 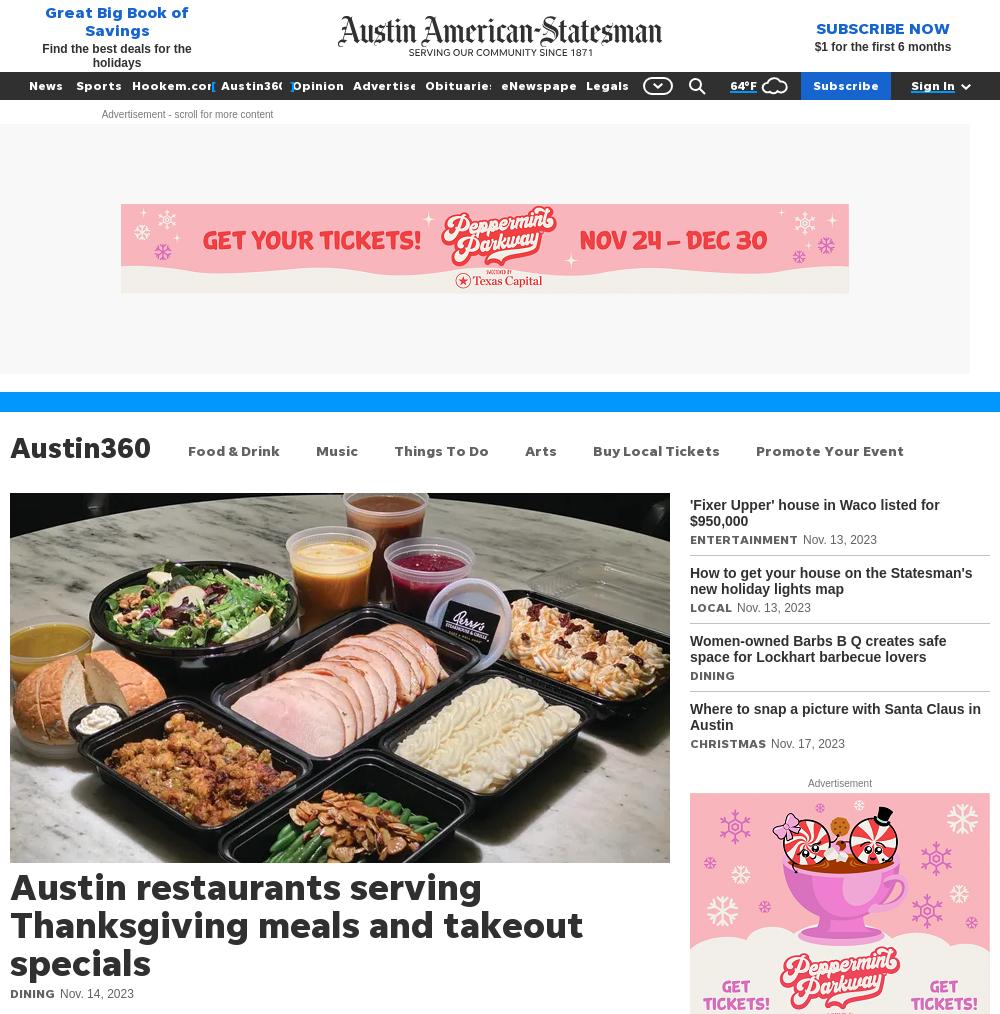 What do you see at coordinates (297, 922) in the screenshot?
I see `'Austin restaurants serving Thanksgiving meals and takeout specials'` at bounding box center [297, 922].